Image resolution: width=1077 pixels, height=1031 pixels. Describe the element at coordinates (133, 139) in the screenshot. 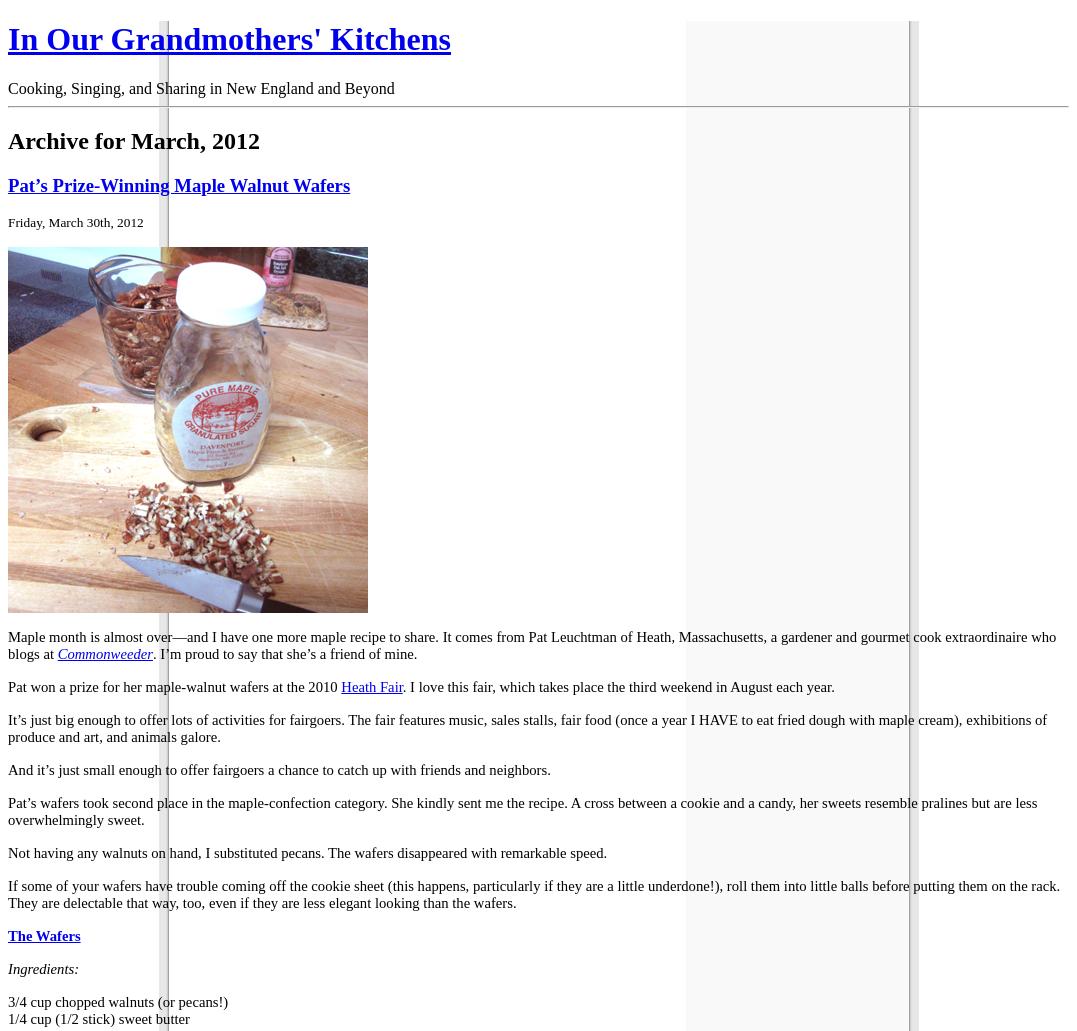

I see `'Archive for March, 2012'` at that location.